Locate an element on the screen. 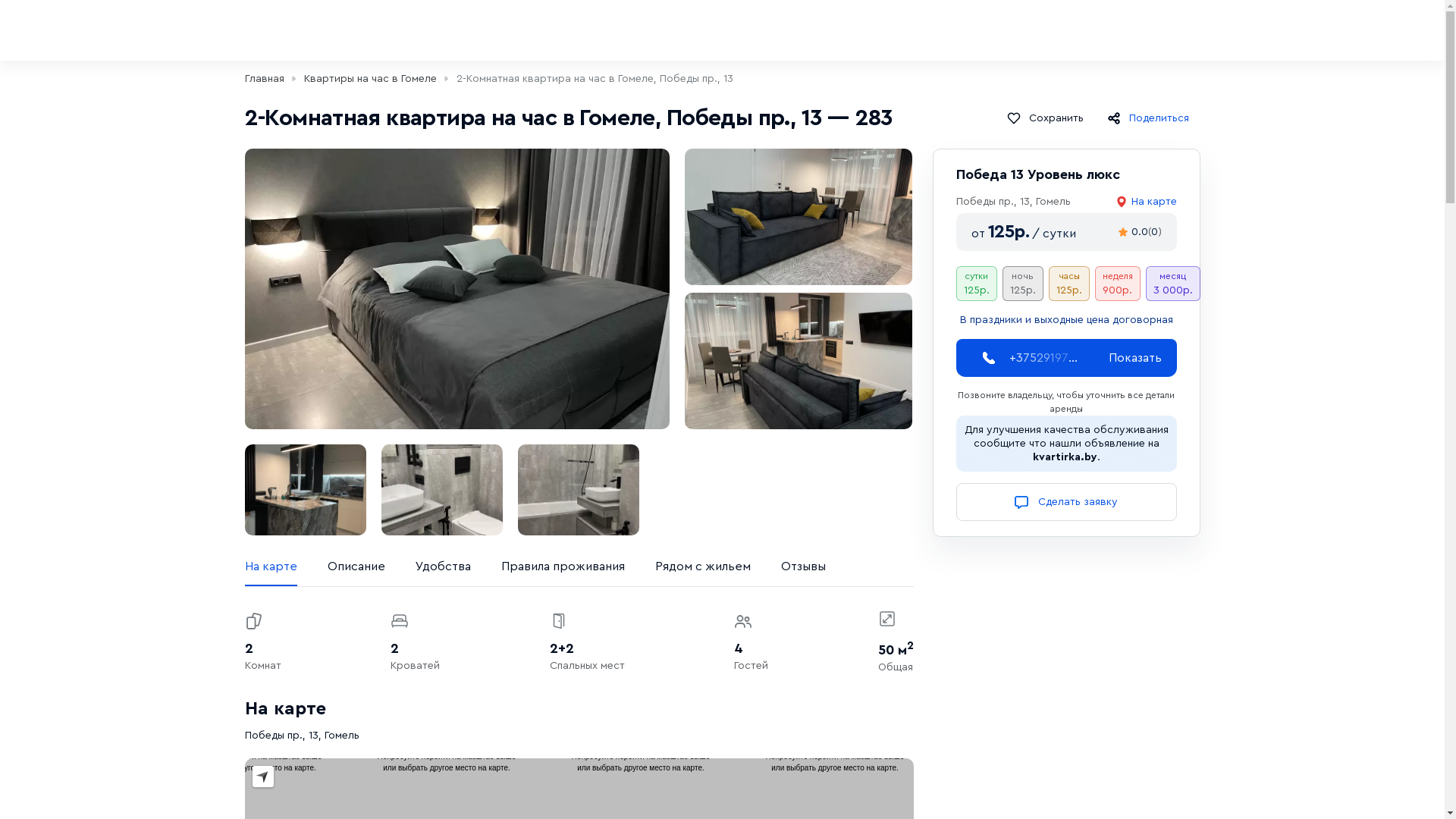  '+3752919726' is located at coordinates (1043, 357).